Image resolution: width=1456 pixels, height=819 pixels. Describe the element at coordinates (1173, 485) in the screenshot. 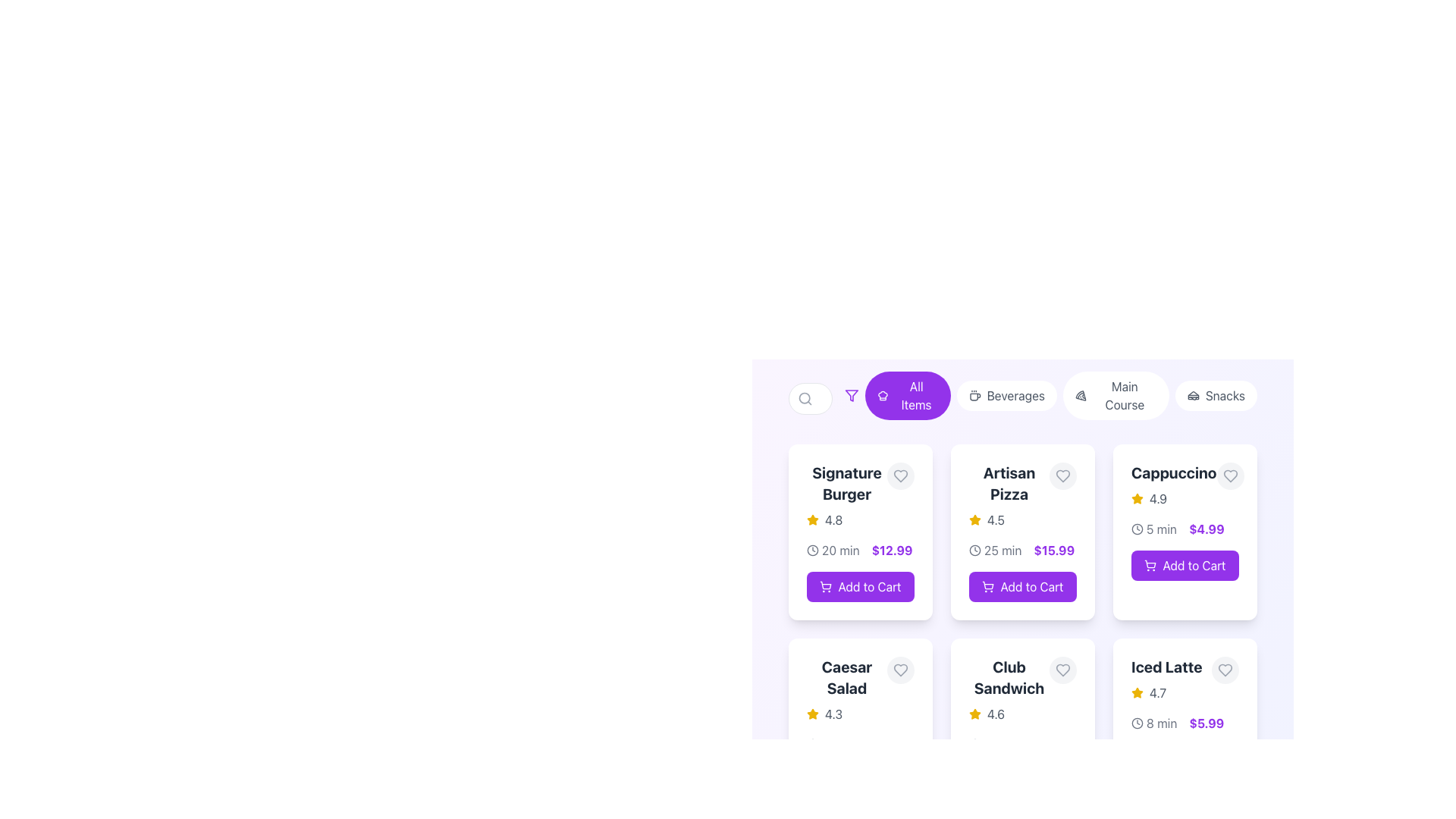

I see `displayed information from the textual display element showing the title and rating of 'Cappuccino', located in the top-right card of the grid layout` at that location.